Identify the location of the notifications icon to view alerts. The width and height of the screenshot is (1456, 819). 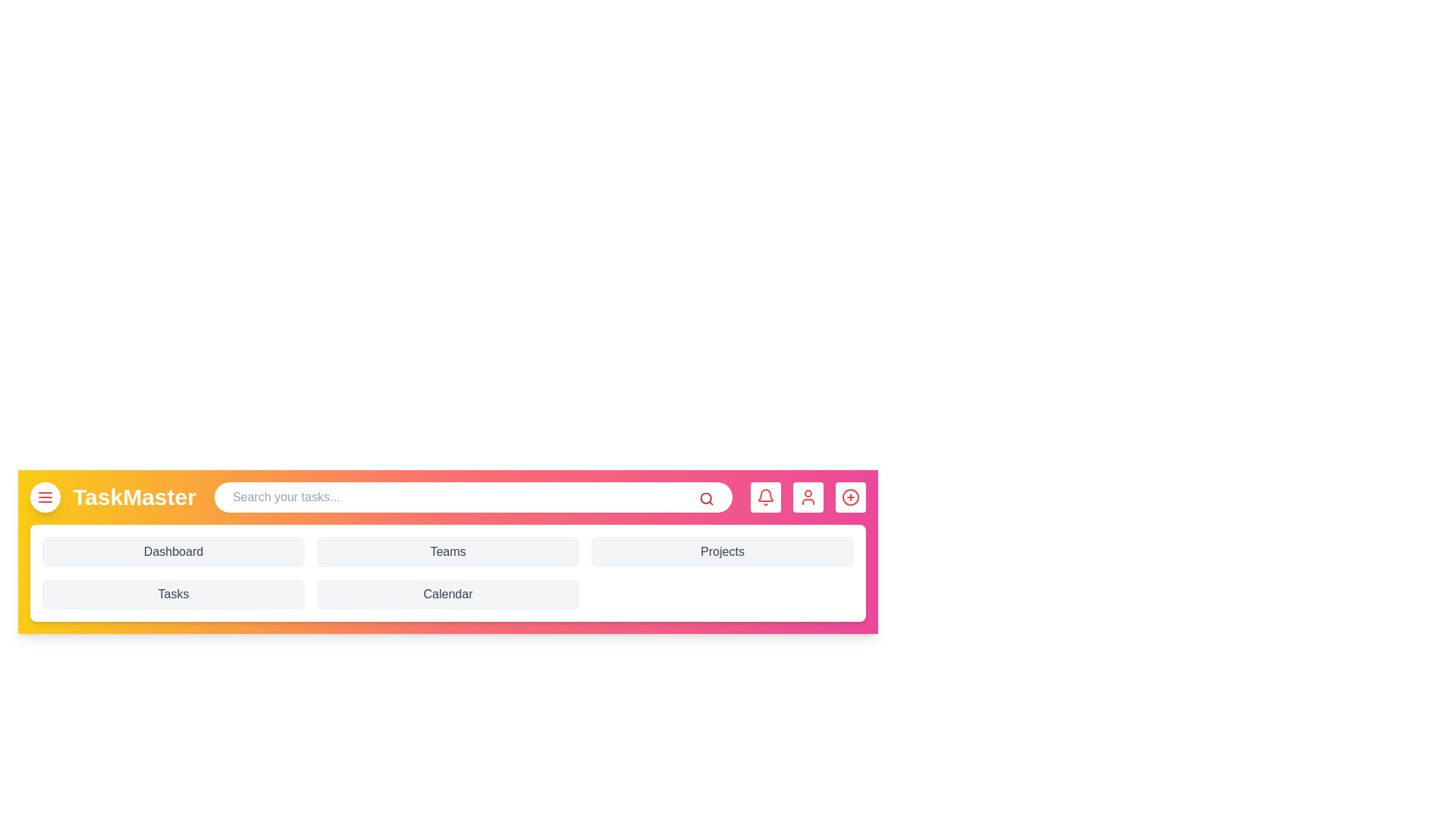
(765, 497).